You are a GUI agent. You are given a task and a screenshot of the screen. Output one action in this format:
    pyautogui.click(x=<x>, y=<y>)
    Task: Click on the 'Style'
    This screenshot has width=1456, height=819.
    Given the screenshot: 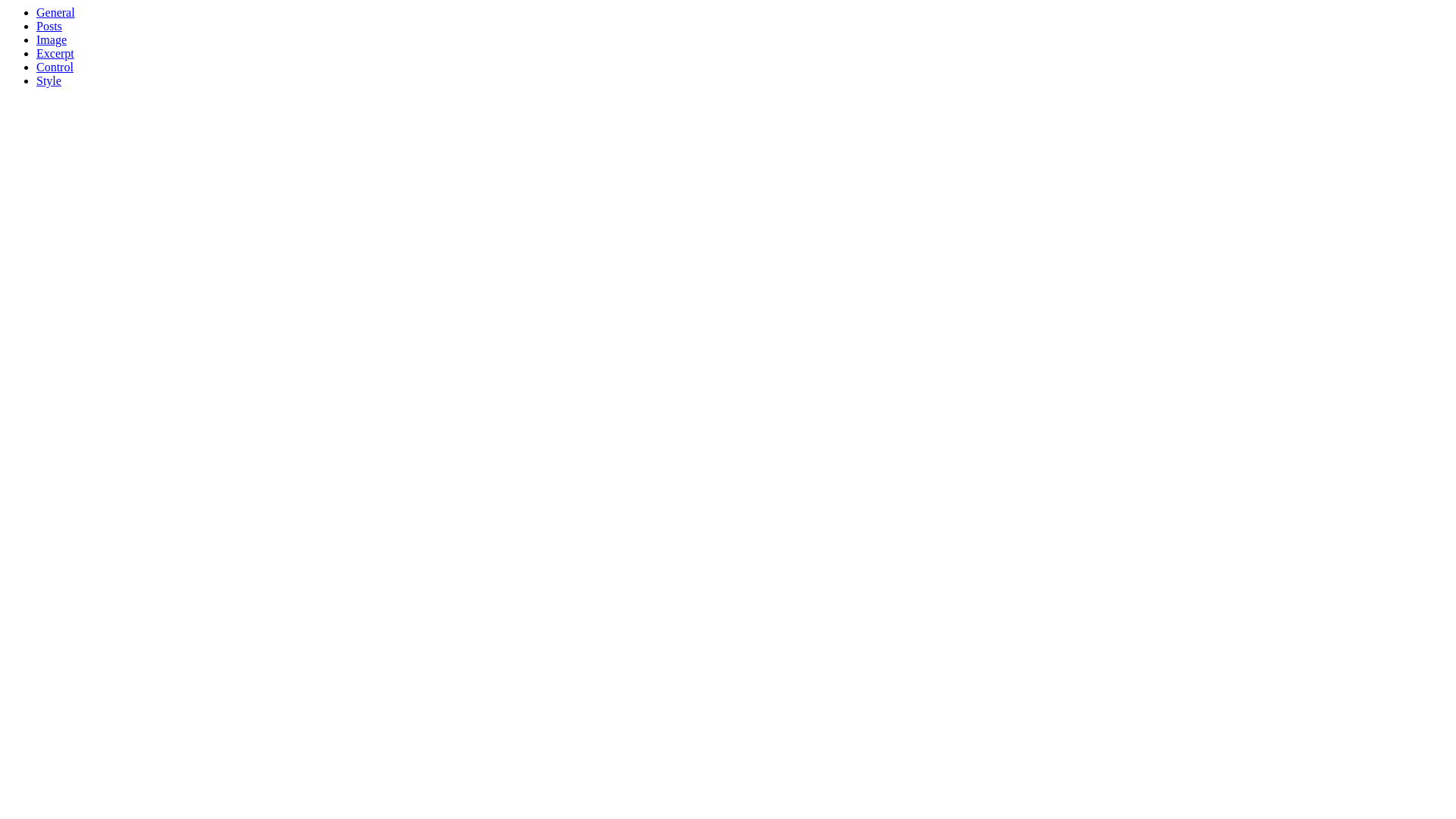 What is the action you would take?
    pyautogui.click(x=49, y=80)
    